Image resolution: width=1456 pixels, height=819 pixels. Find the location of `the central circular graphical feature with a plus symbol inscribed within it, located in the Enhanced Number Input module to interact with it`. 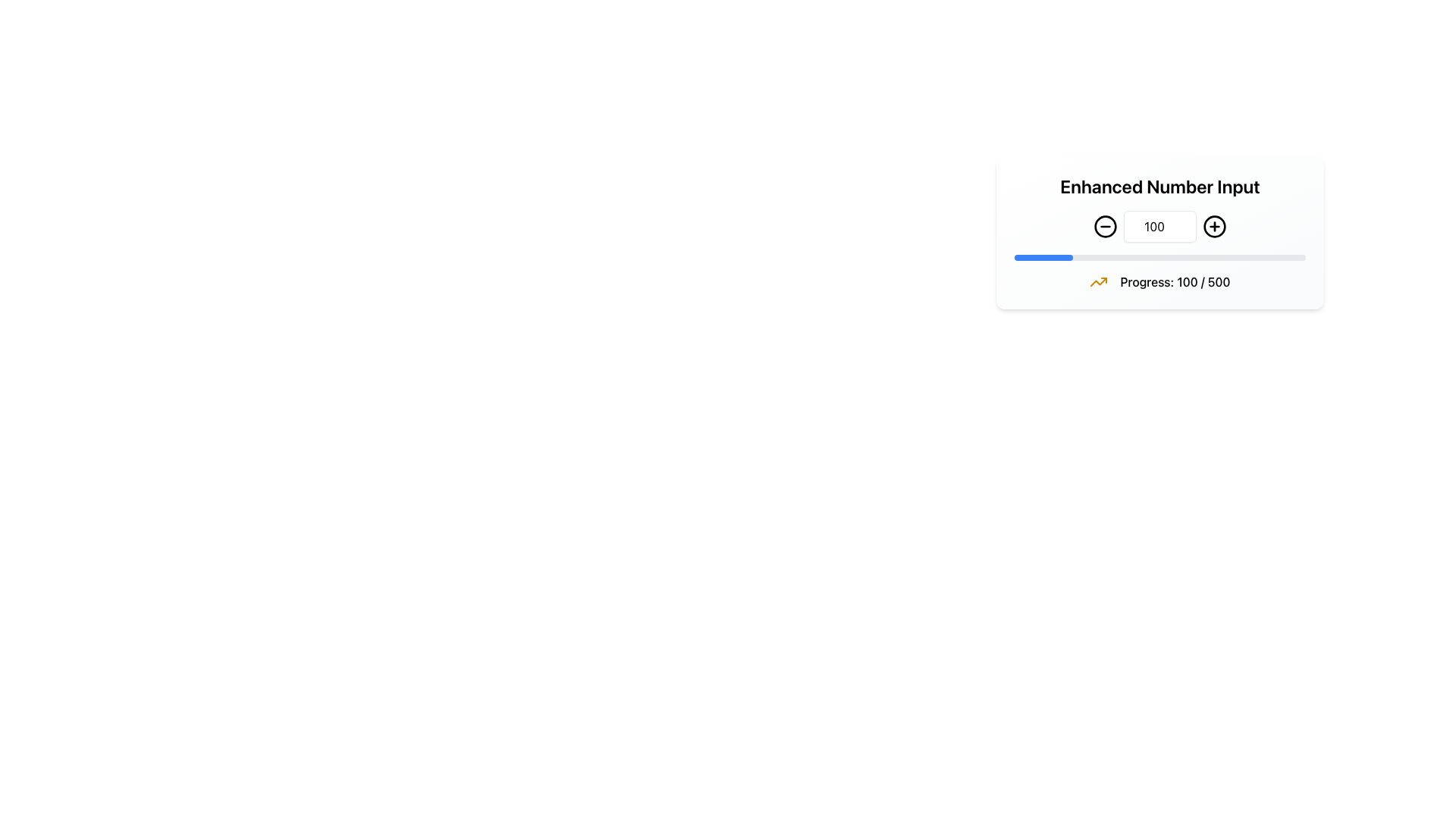

the central circular graphical feature with a plus symbol inscribed within it, located in the Enhanced Number Input module to interact with it is located at coordinates (1215, 227).